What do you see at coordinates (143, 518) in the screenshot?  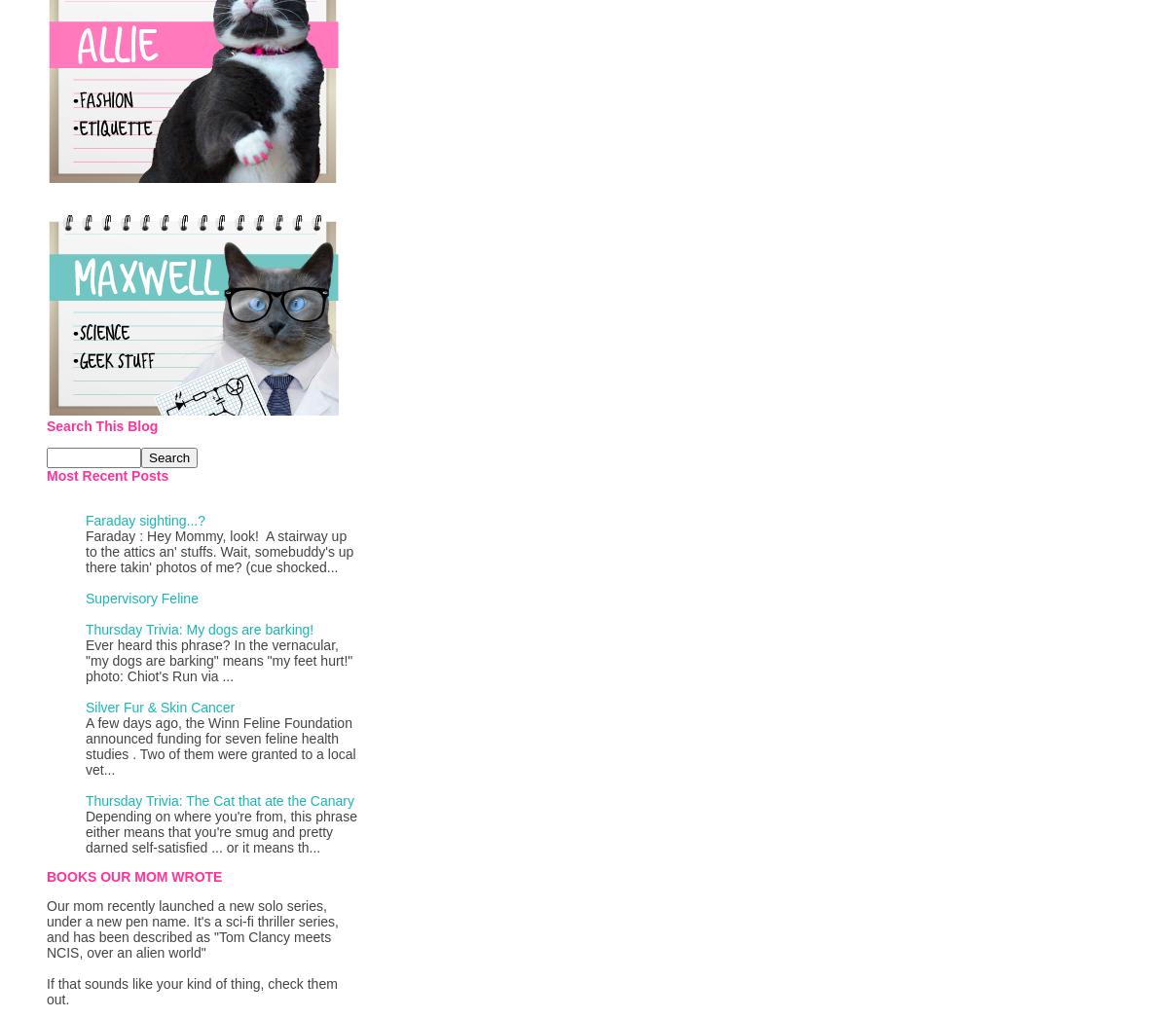 I see `'Faraday sighting...?'` at bounding box center [143, 518].